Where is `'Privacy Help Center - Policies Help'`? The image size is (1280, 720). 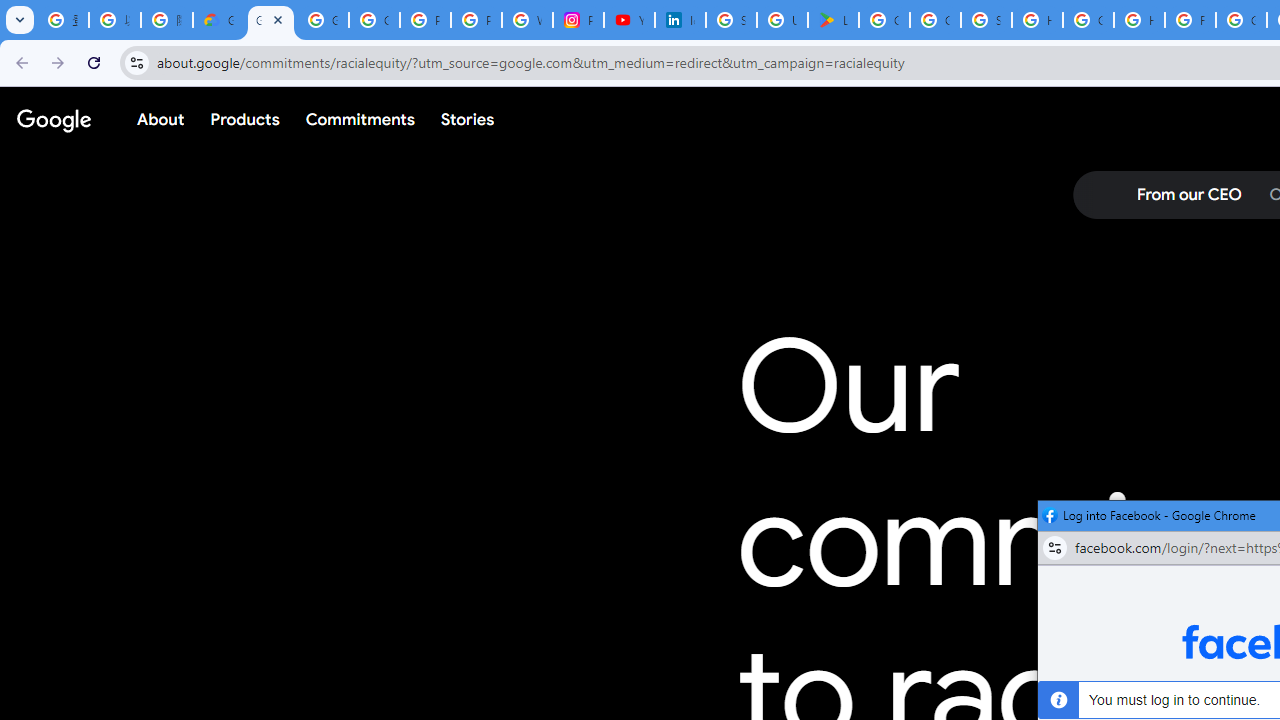
'Privacy Help Center - Policies Help' is located at coordinates (475, 20).